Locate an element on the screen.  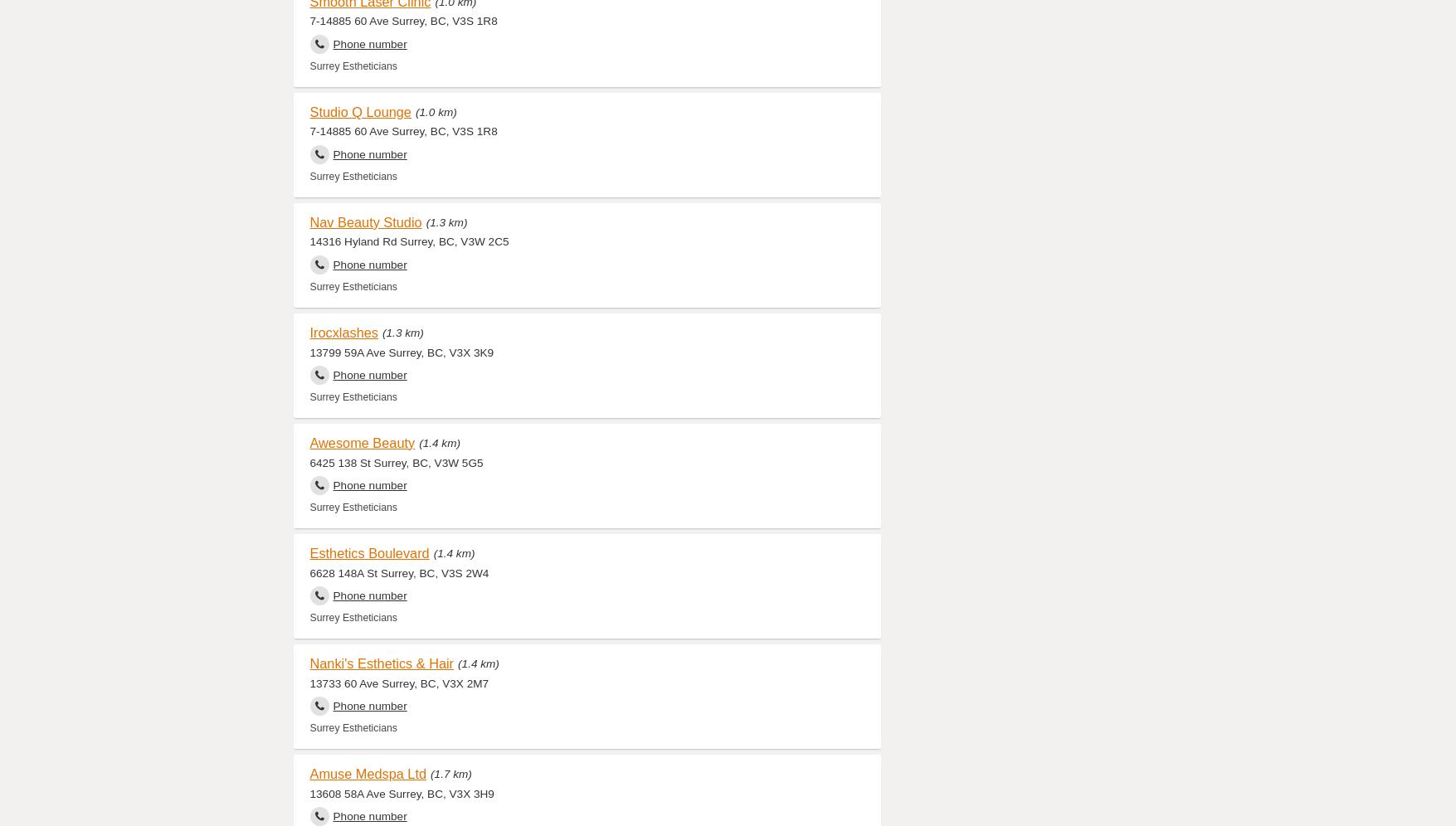
'13799 59A Ave Surrey, BC, V3X 3K9' is located at coordinates (402, 352).